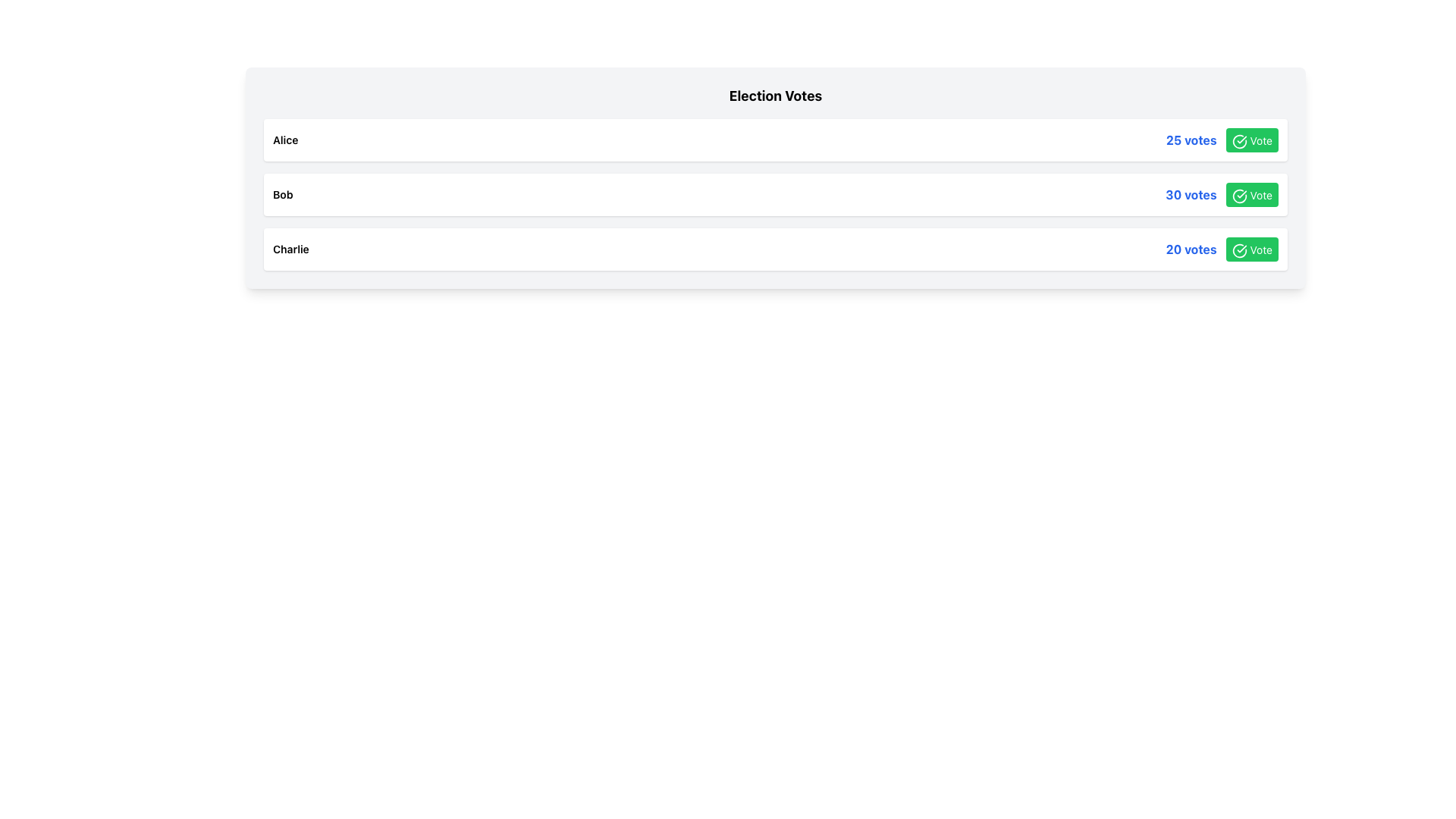 The height and width of the screenshot is (819, 1456). Describe the element at coordinates (1239, 195) in the screenshot. I see `the green circular icon with a check mark, which is part of the 'Vote' button located in the last row of the election votes list` at that location.